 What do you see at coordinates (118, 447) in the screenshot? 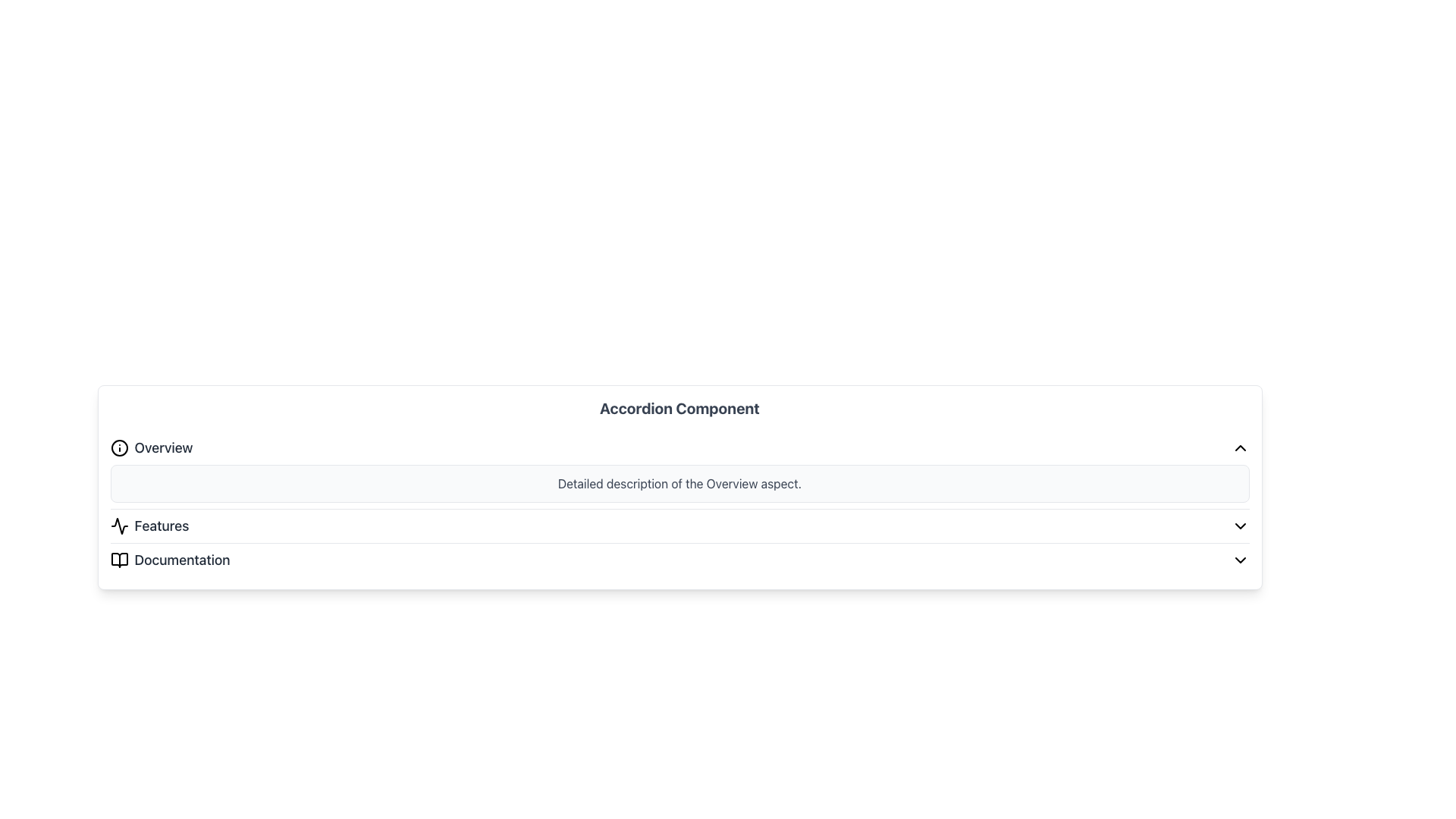
I see `the leftmost icon in the 'Overview' section, which is positioned next to the 'Overview' label` at bounding box center [118, 447].